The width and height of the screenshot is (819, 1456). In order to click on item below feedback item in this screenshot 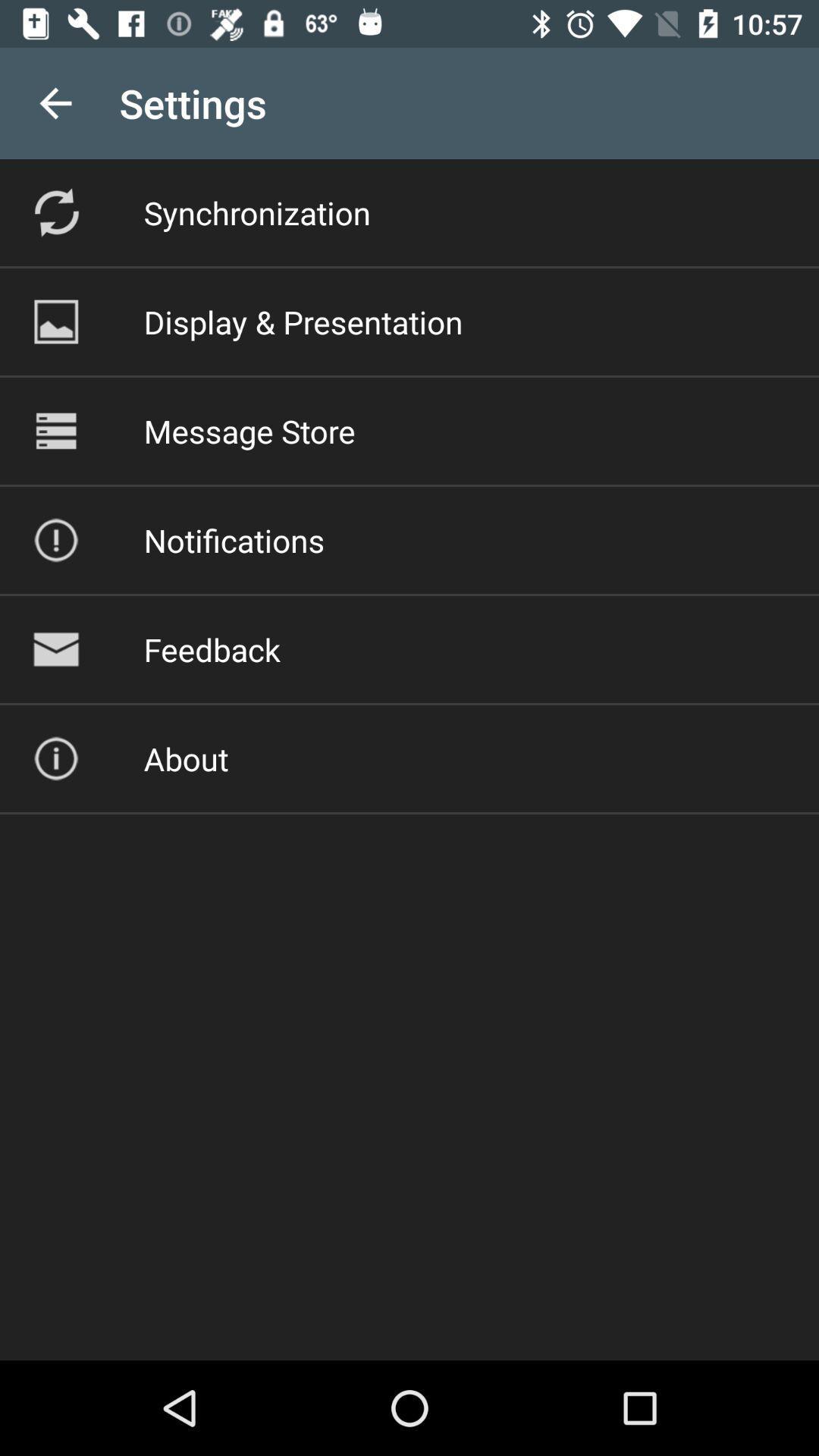, I will do `click(185, 758)`.